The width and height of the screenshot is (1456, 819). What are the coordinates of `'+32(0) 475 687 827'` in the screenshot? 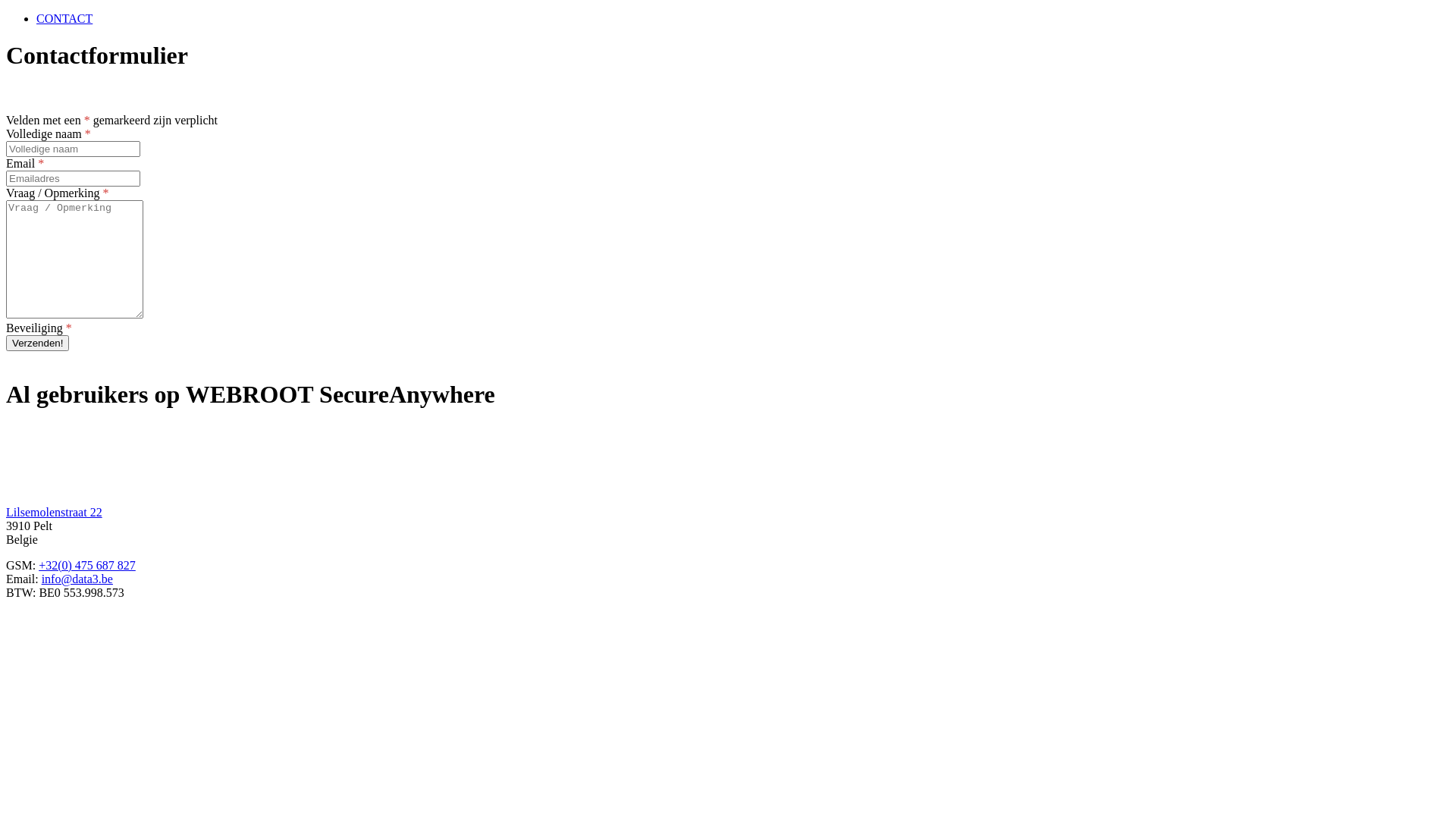 It's located at (86, 565).